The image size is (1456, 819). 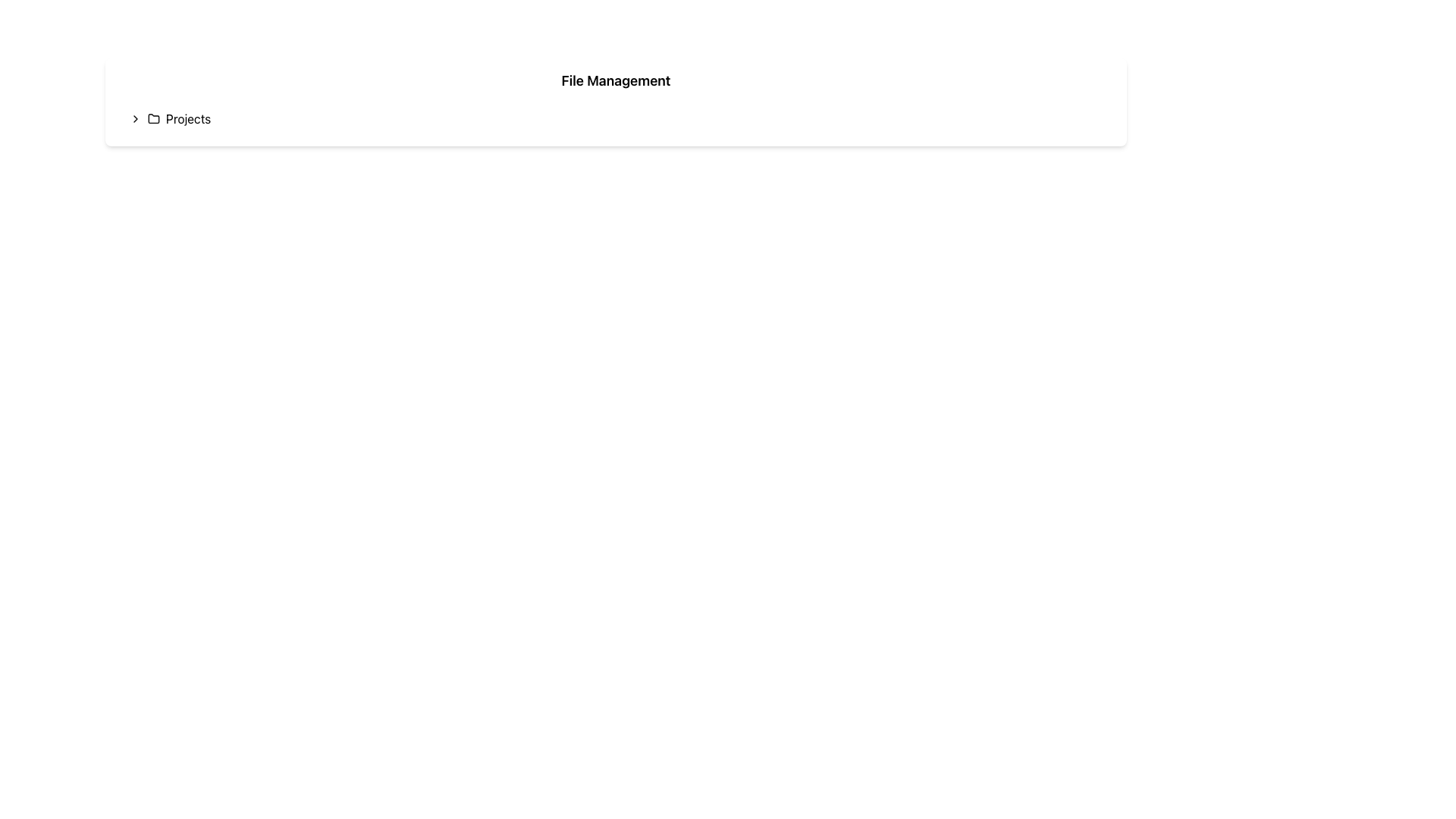 What do you see at coordinates (153, 117) in the screenshot?
I see `the 'folder' icon, which is a subcomponent of an SVG element and is located near the label titled 'Projects'` at bounding box center [153, 117].